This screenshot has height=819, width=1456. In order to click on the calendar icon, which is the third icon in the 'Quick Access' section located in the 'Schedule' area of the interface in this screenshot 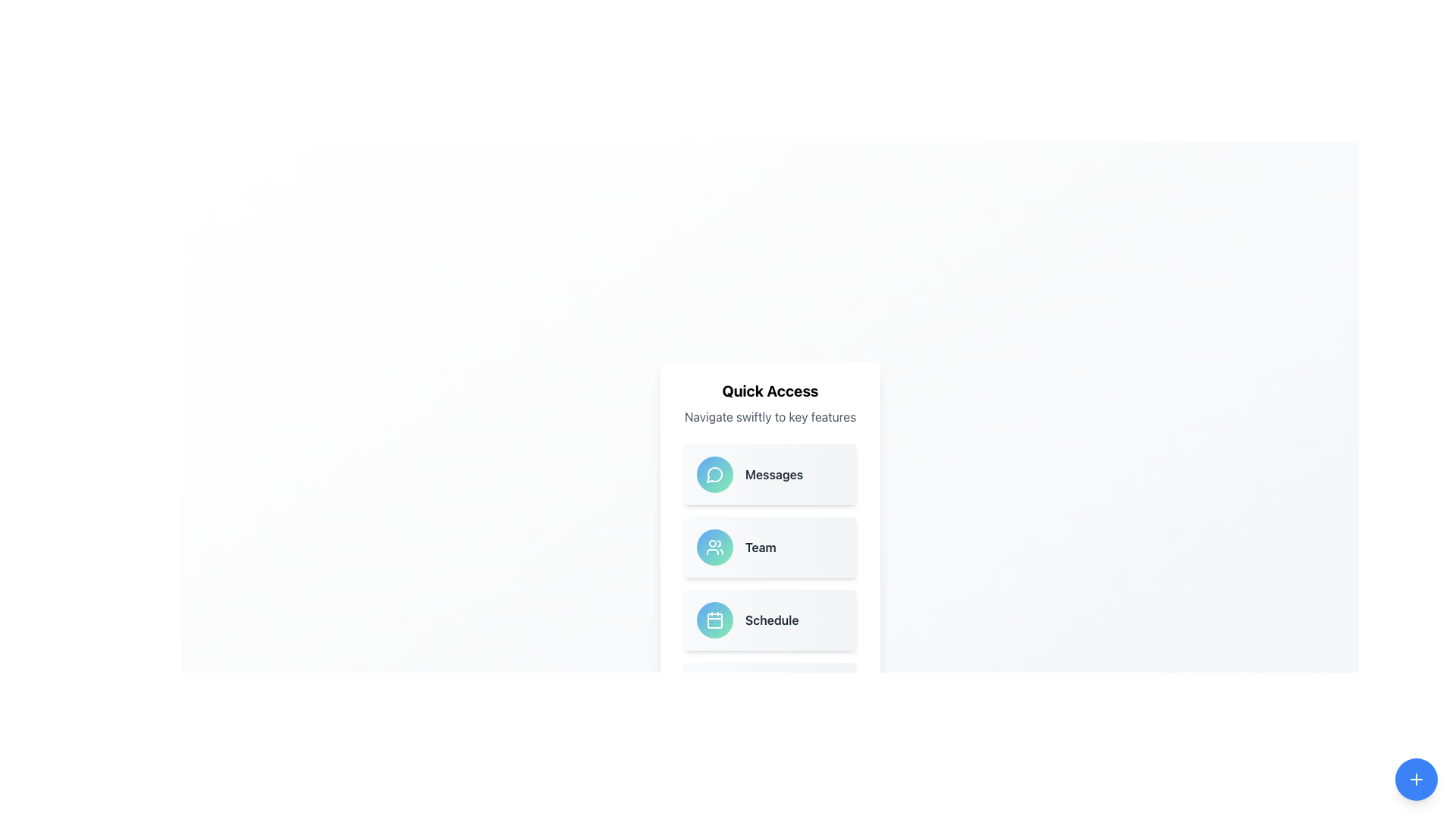, I will do `click(714, 620)`.